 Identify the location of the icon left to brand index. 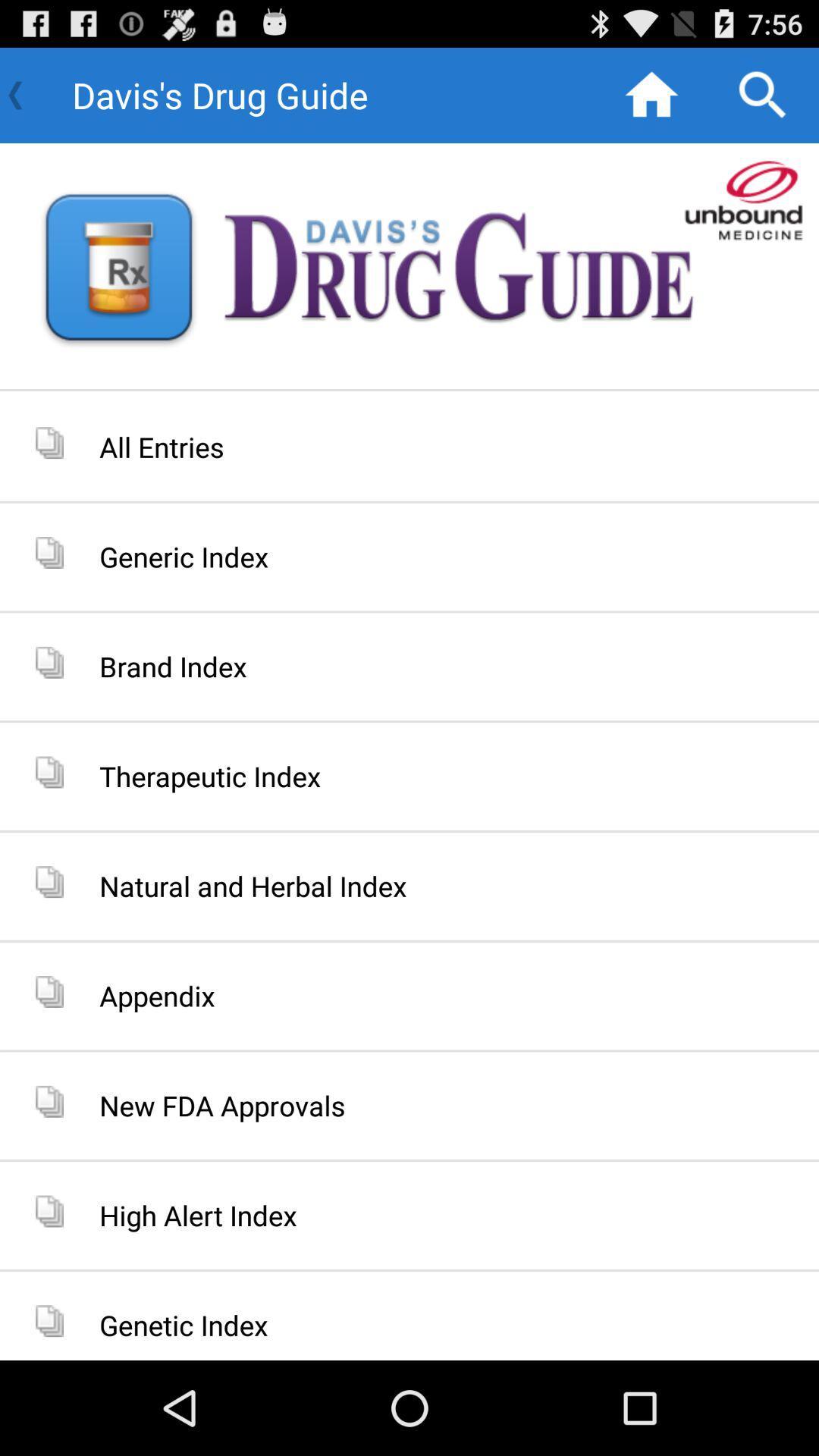
(49, 662).